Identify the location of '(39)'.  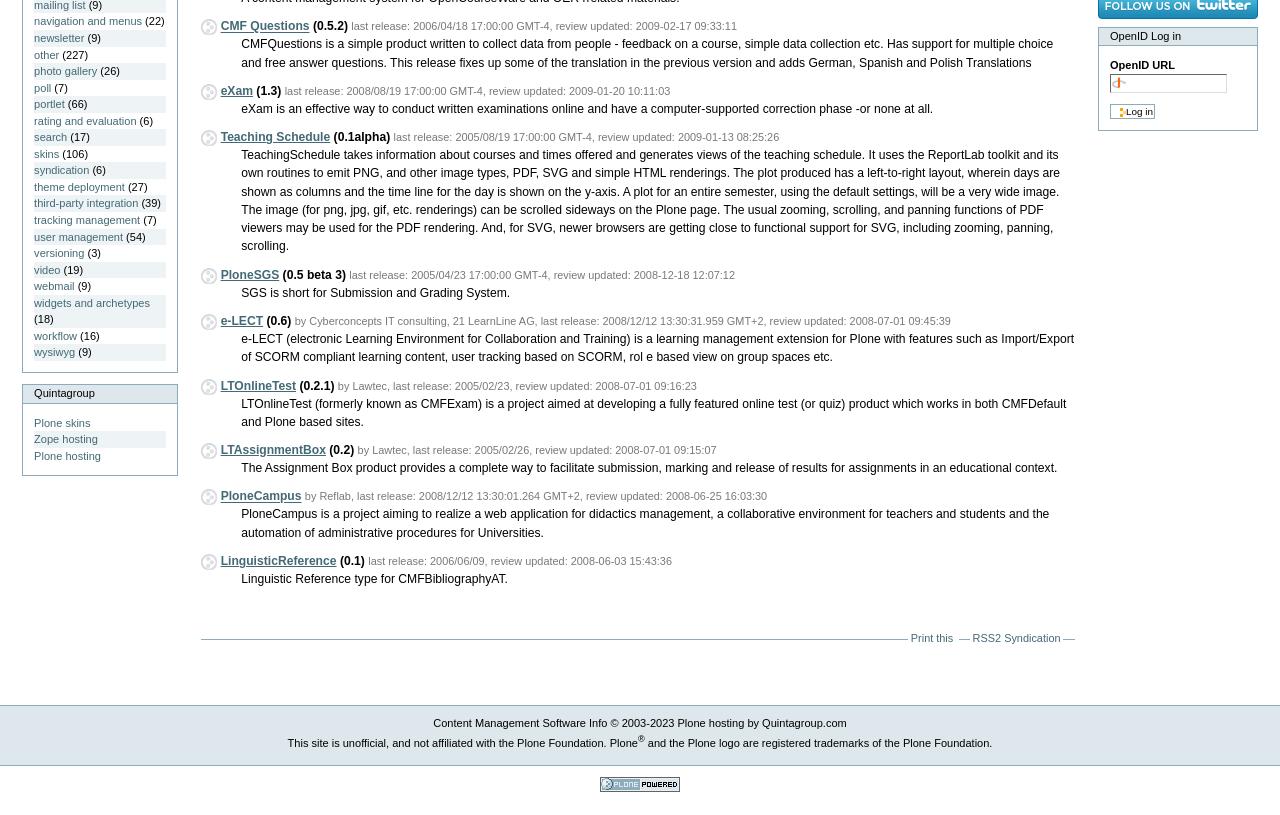
(148, 203).